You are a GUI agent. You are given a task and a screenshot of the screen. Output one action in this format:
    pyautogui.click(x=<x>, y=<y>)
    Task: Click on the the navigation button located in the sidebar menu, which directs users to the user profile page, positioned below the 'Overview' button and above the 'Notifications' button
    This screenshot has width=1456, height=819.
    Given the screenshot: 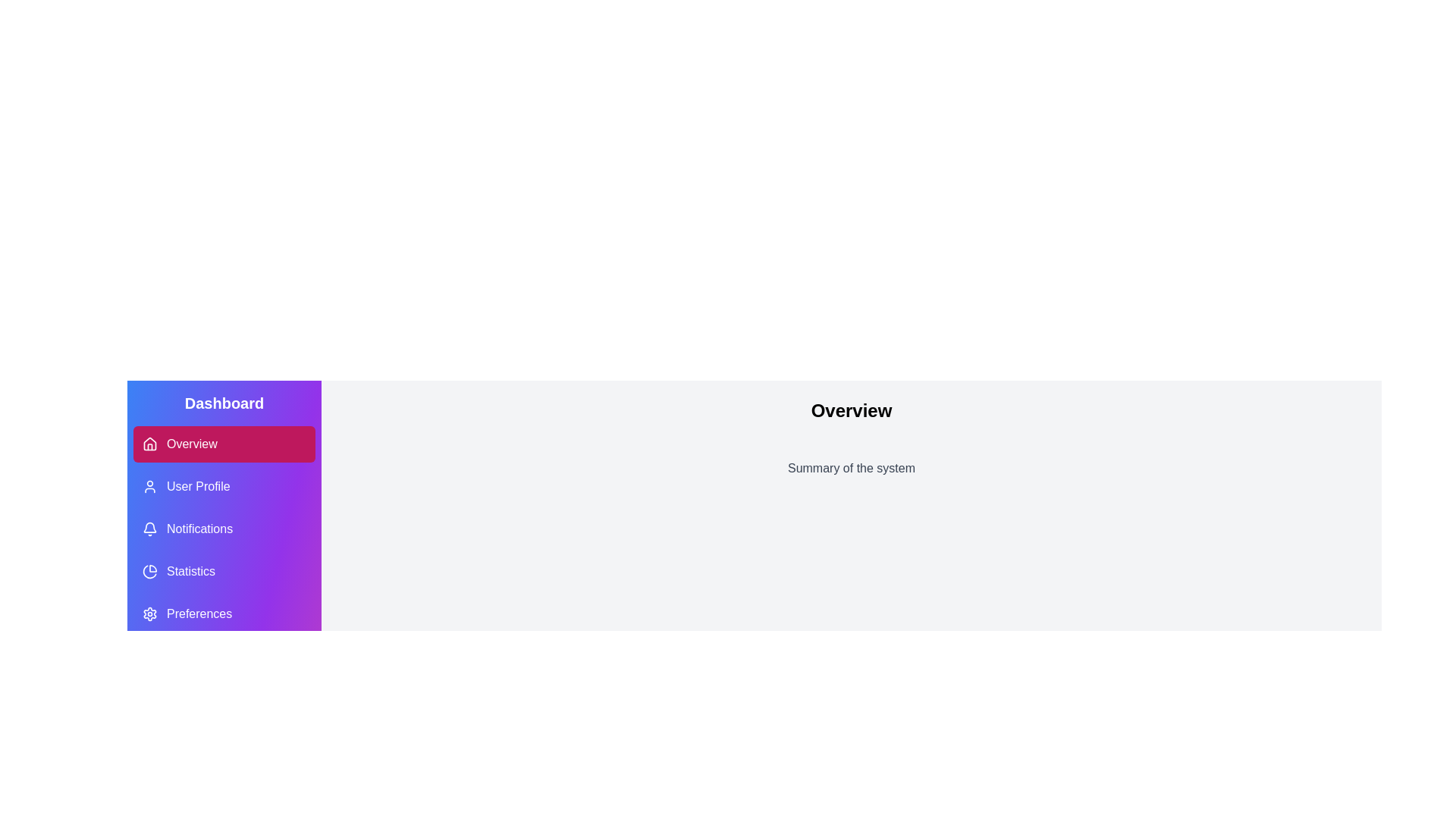 What is the action you would take?
    pyautogui.click(x=224, y=486)
    